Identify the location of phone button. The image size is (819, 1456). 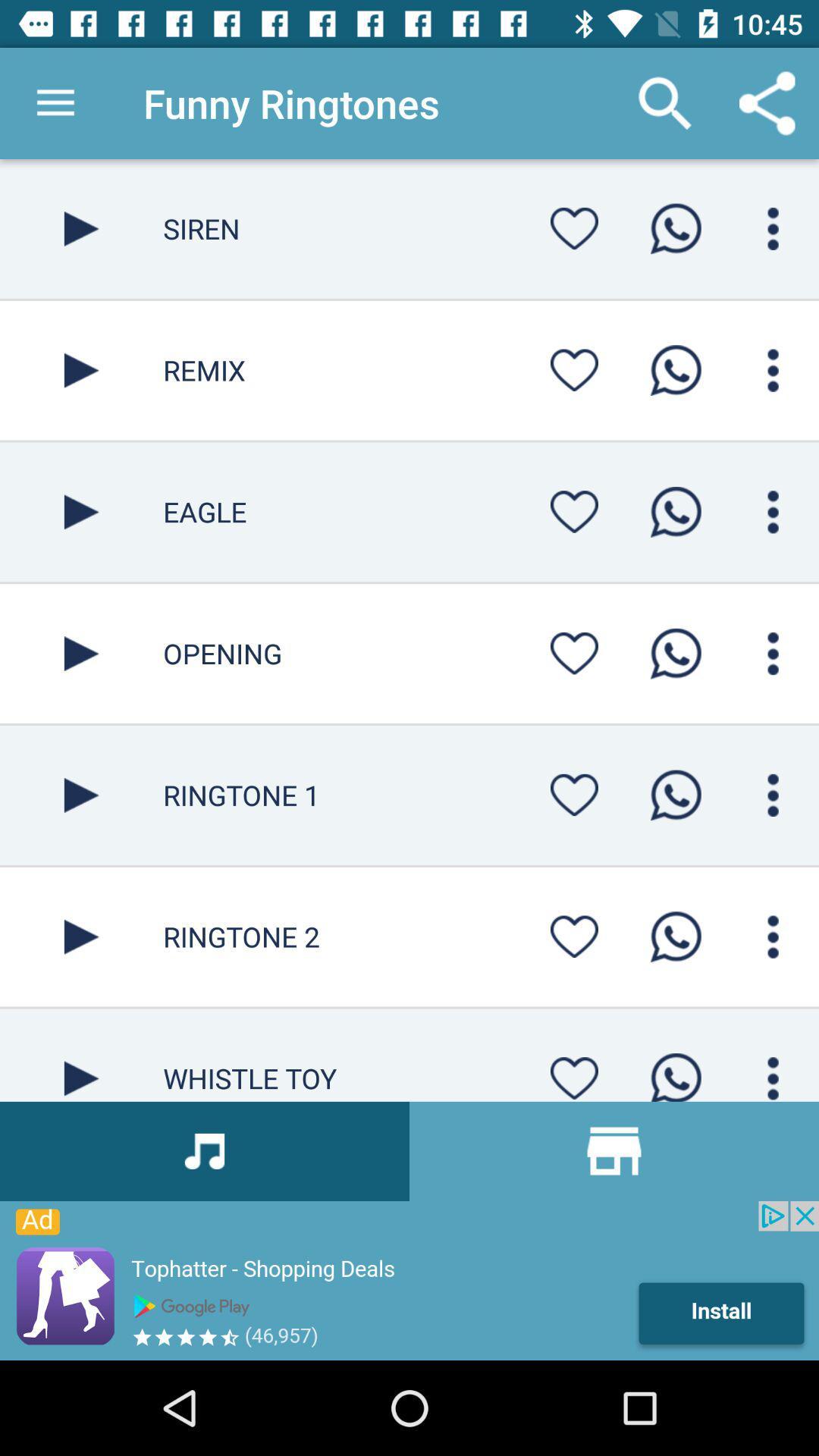
(675, 370).